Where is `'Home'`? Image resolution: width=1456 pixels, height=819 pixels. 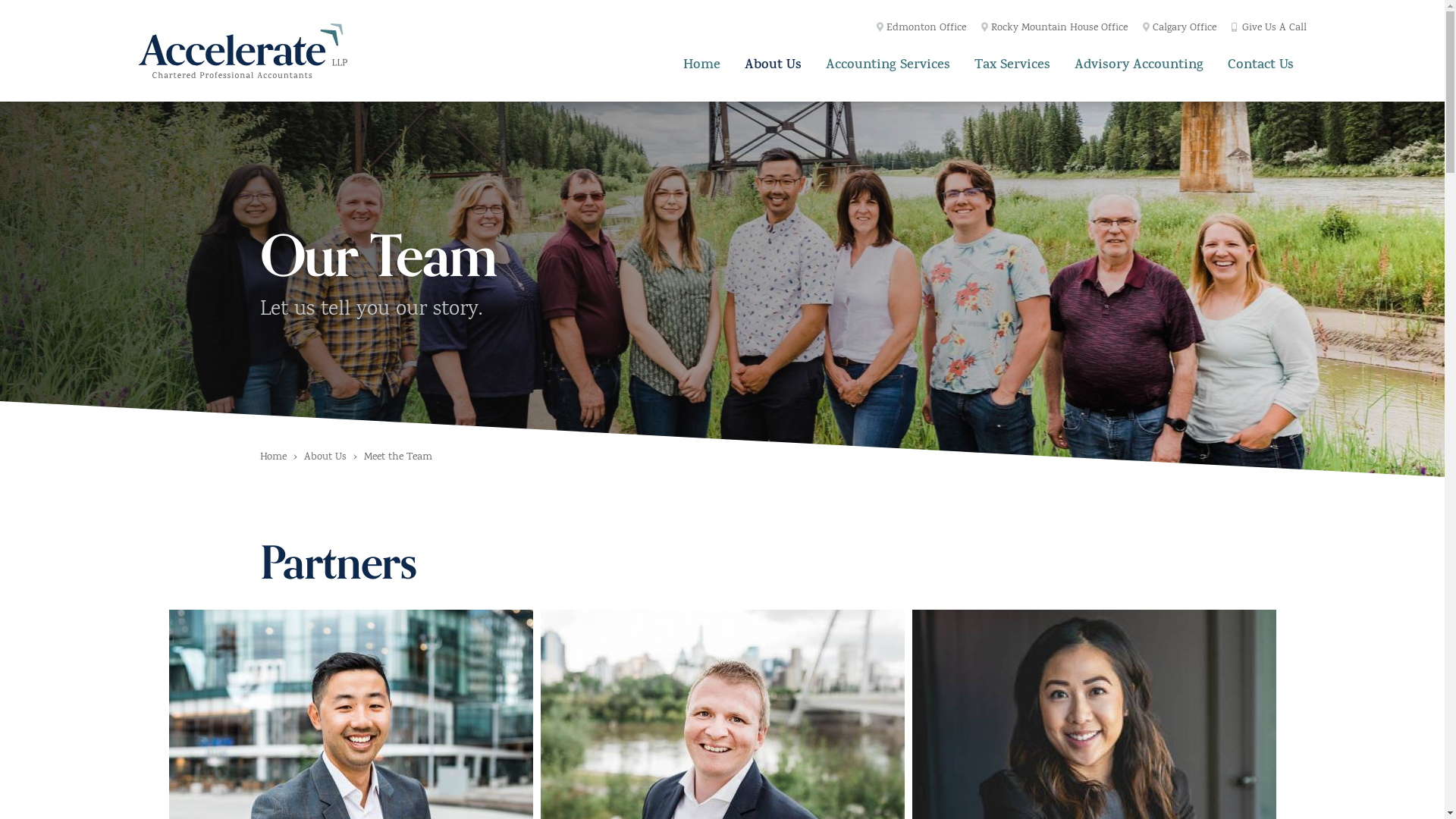 'Home' is located at coordinates (701, 63).